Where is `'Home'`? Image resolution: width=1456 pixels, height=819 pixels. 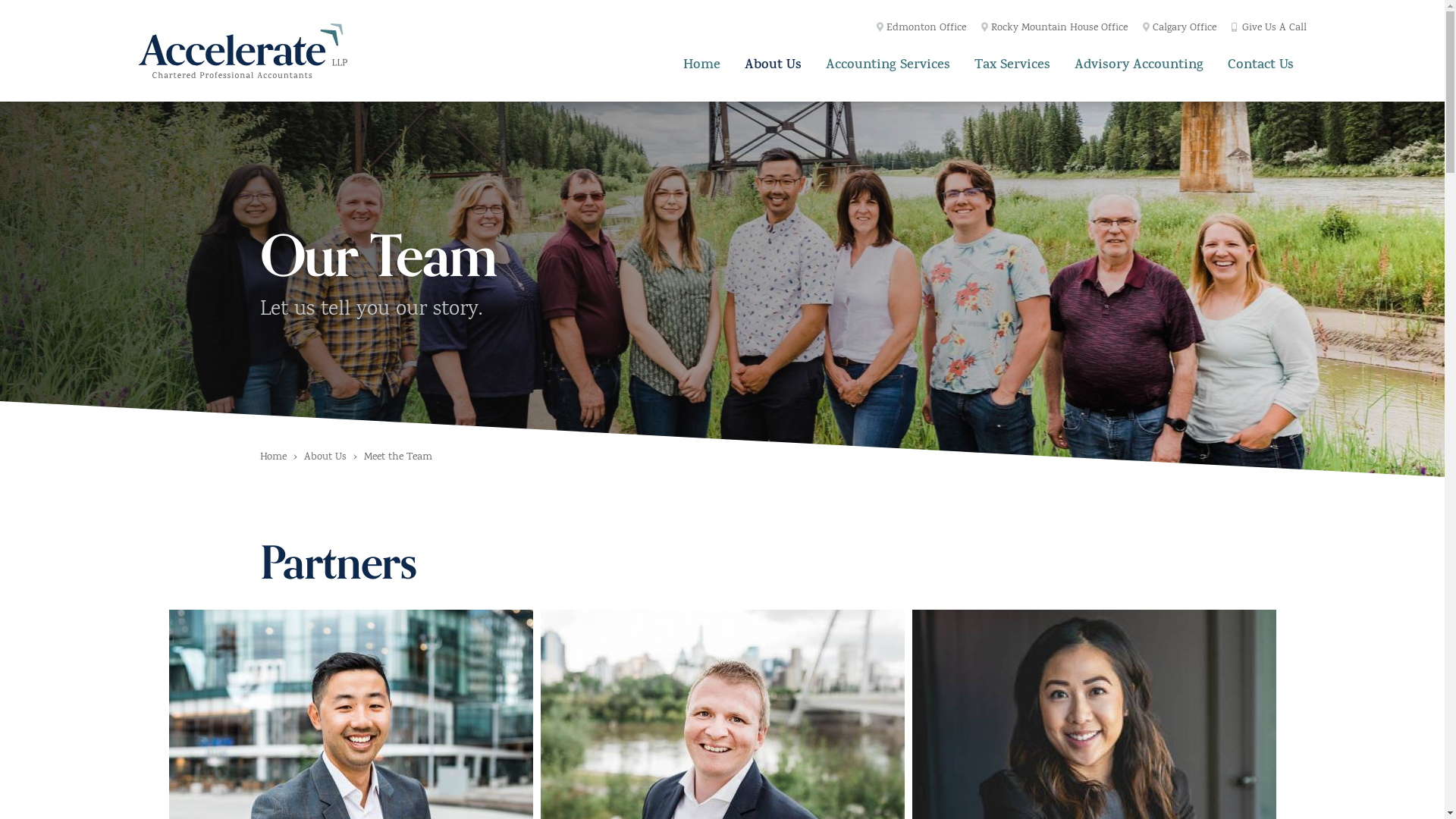 'Home' is located at coordinates (701, 63).